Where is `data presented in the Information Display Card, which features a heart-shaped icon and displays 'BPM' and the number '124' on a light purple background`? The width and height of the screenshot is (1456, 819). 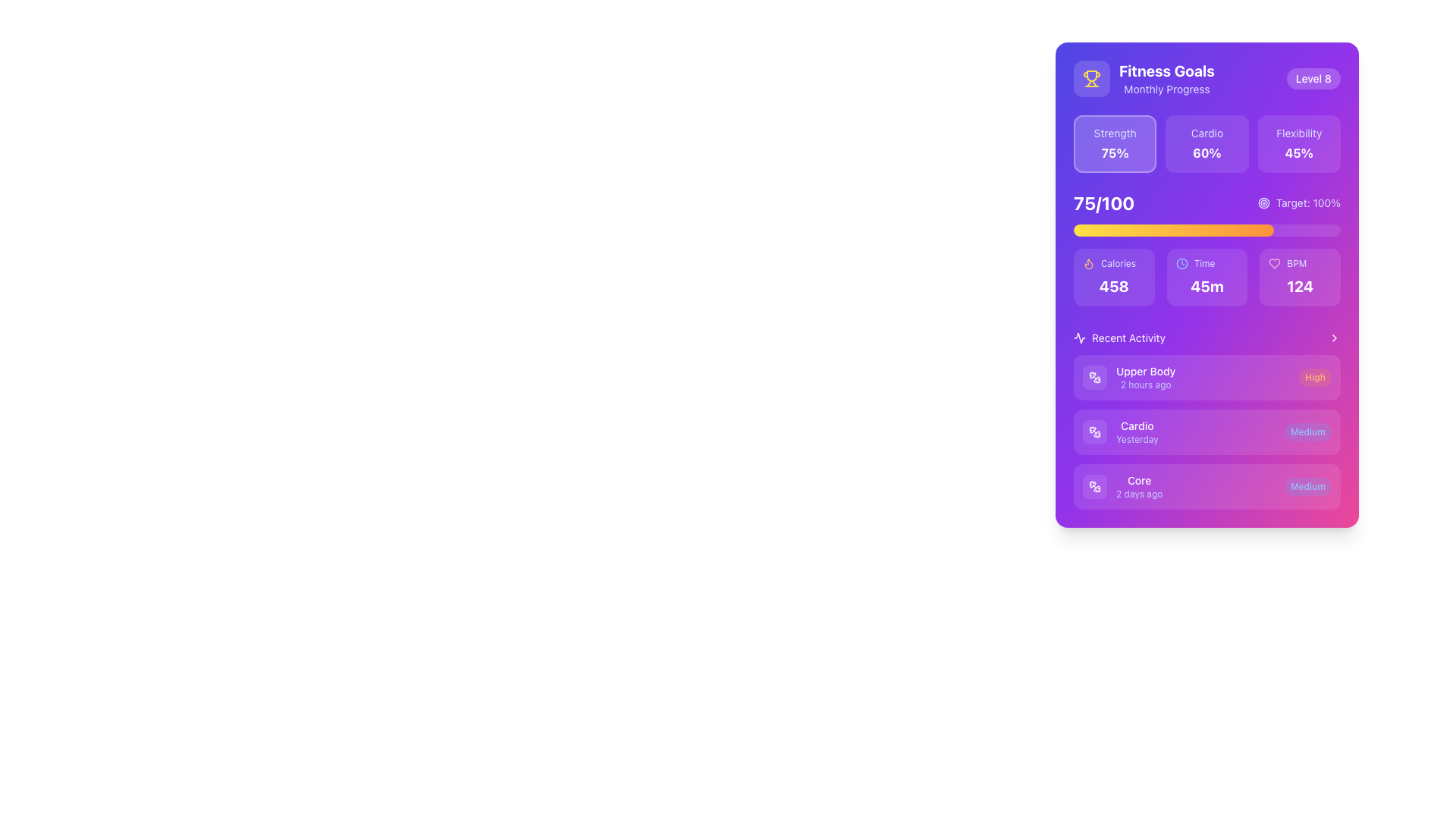 data presented in the Information Display Card, which features a heart-shaped icon and displays 'BPM' and the number '124' on a light purple background is located at coordinates (1299, 278).